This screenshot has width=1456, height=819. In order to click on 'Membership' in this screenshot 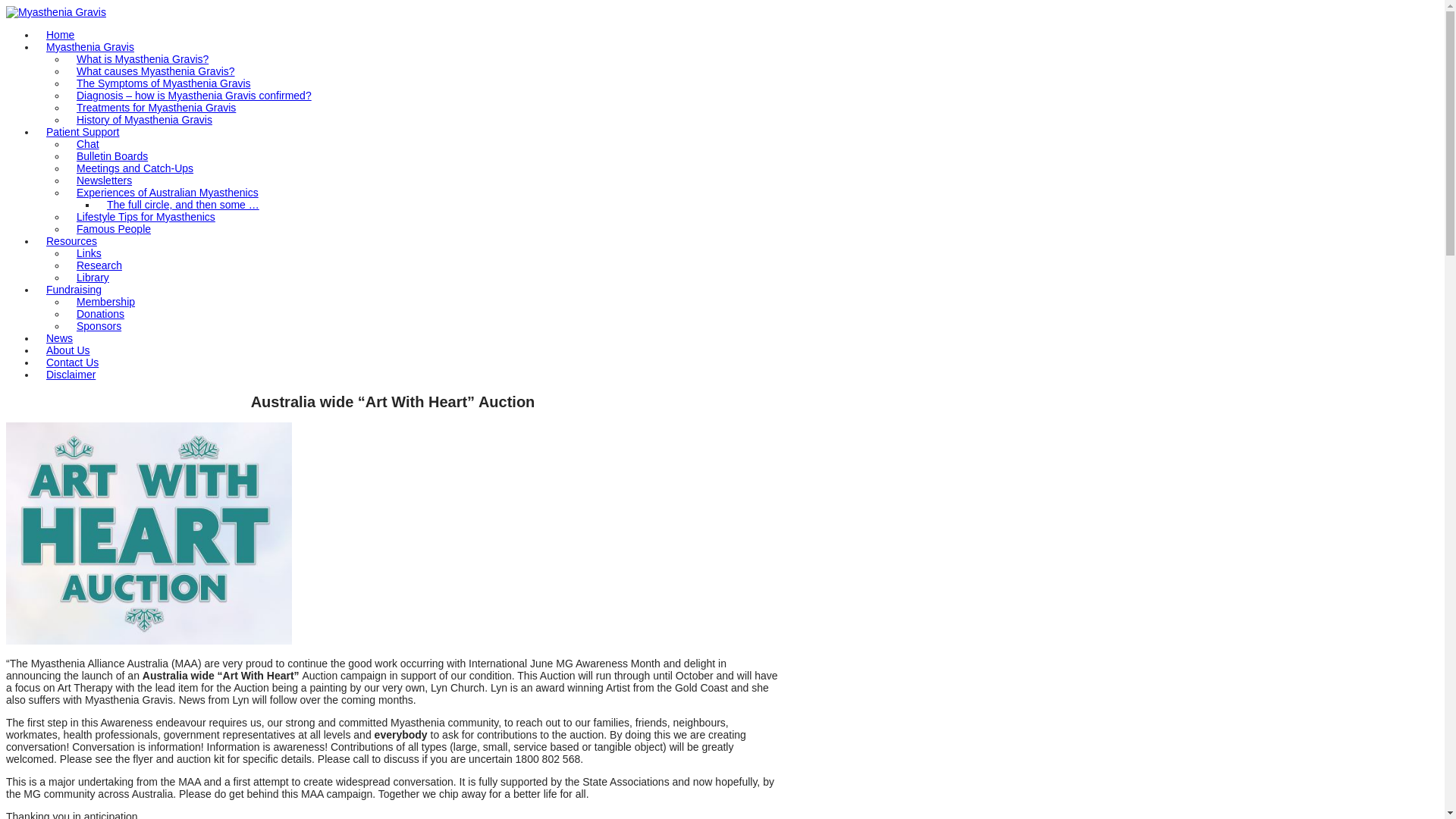, I will do `click(105, 301)`.